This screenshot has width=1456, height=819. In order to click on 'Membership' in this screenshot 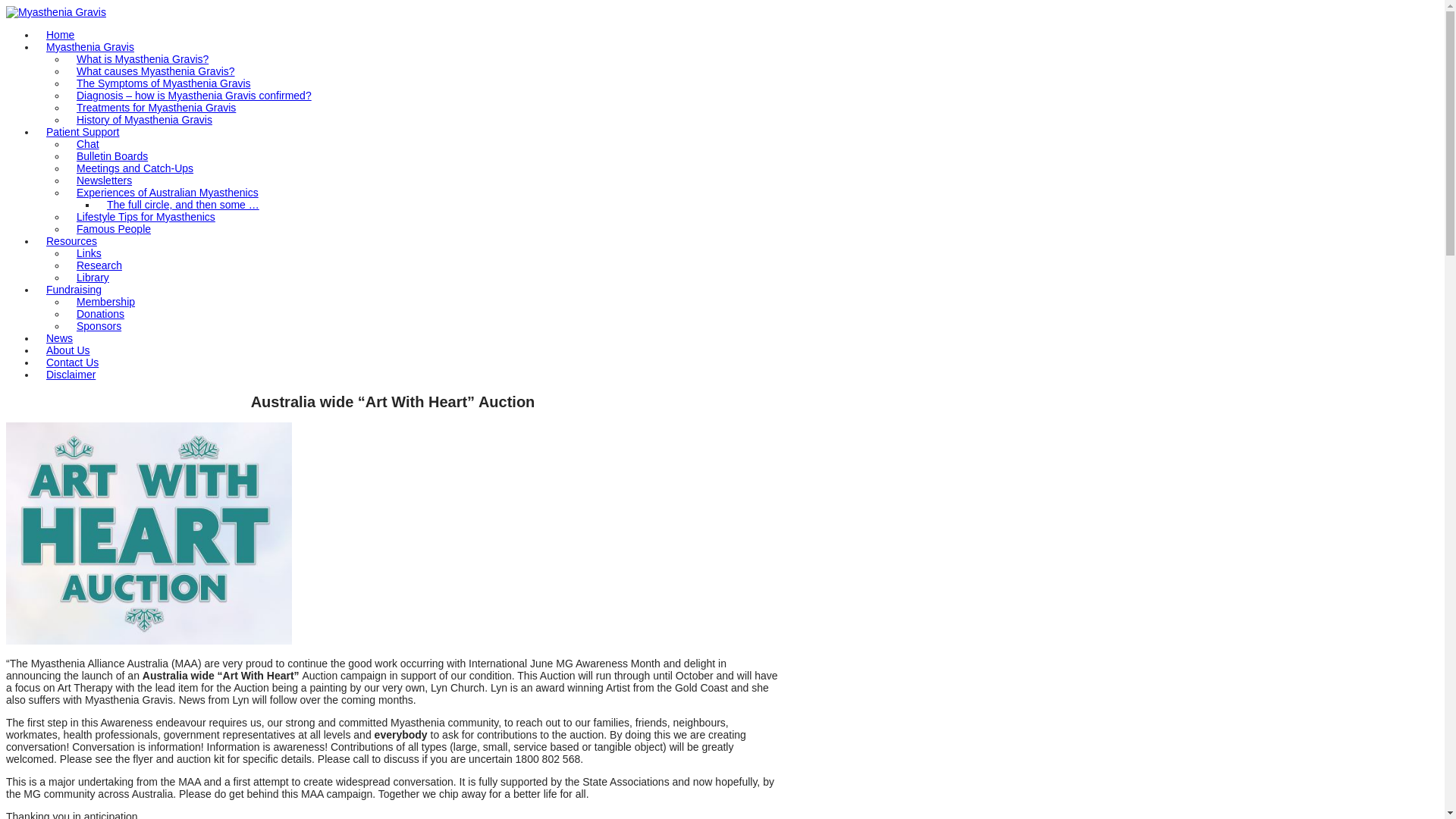, I will do `click(105, 301)`.